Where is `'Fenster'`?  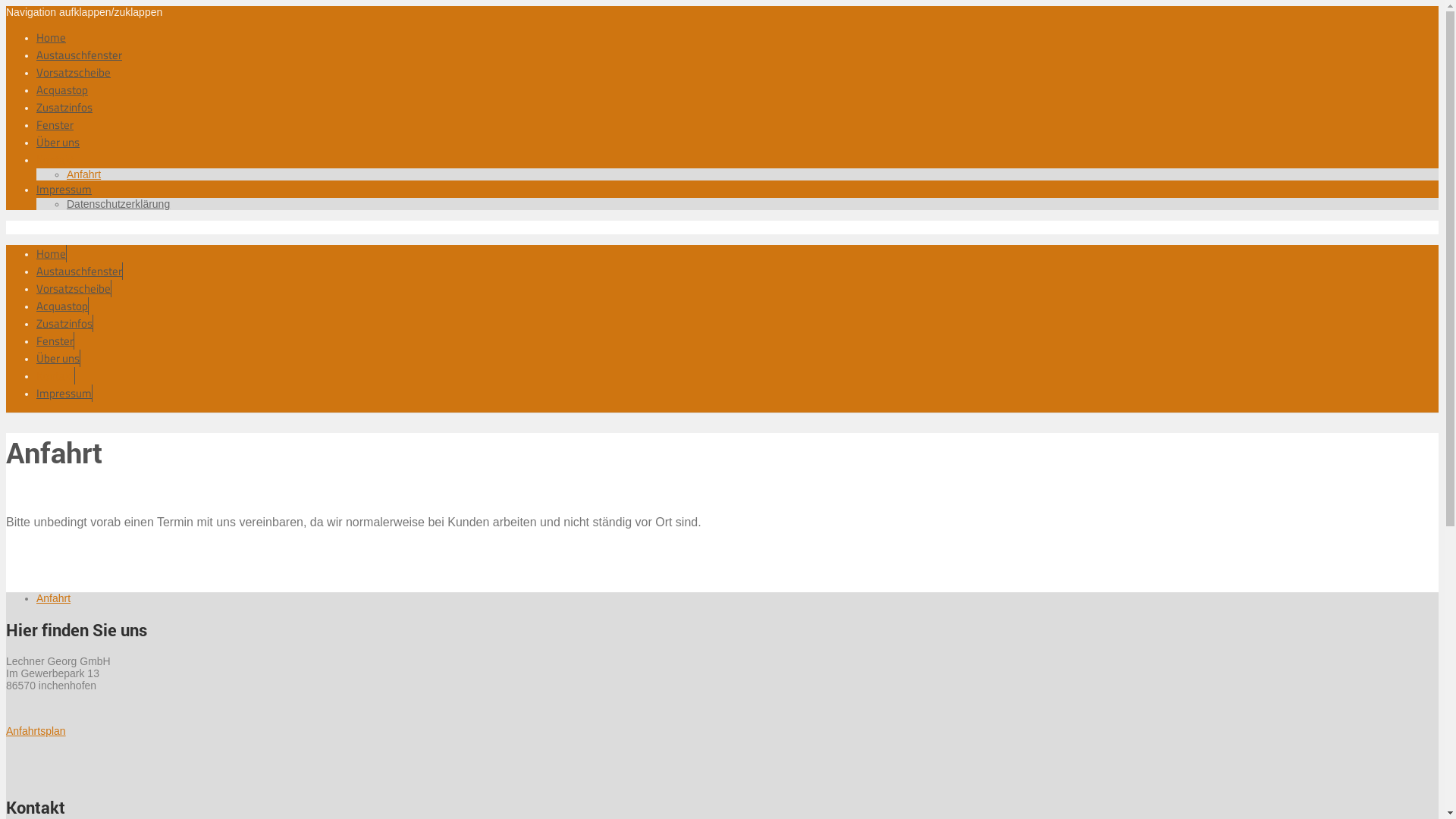
'Fenster' is located at coordinates (55, 124).